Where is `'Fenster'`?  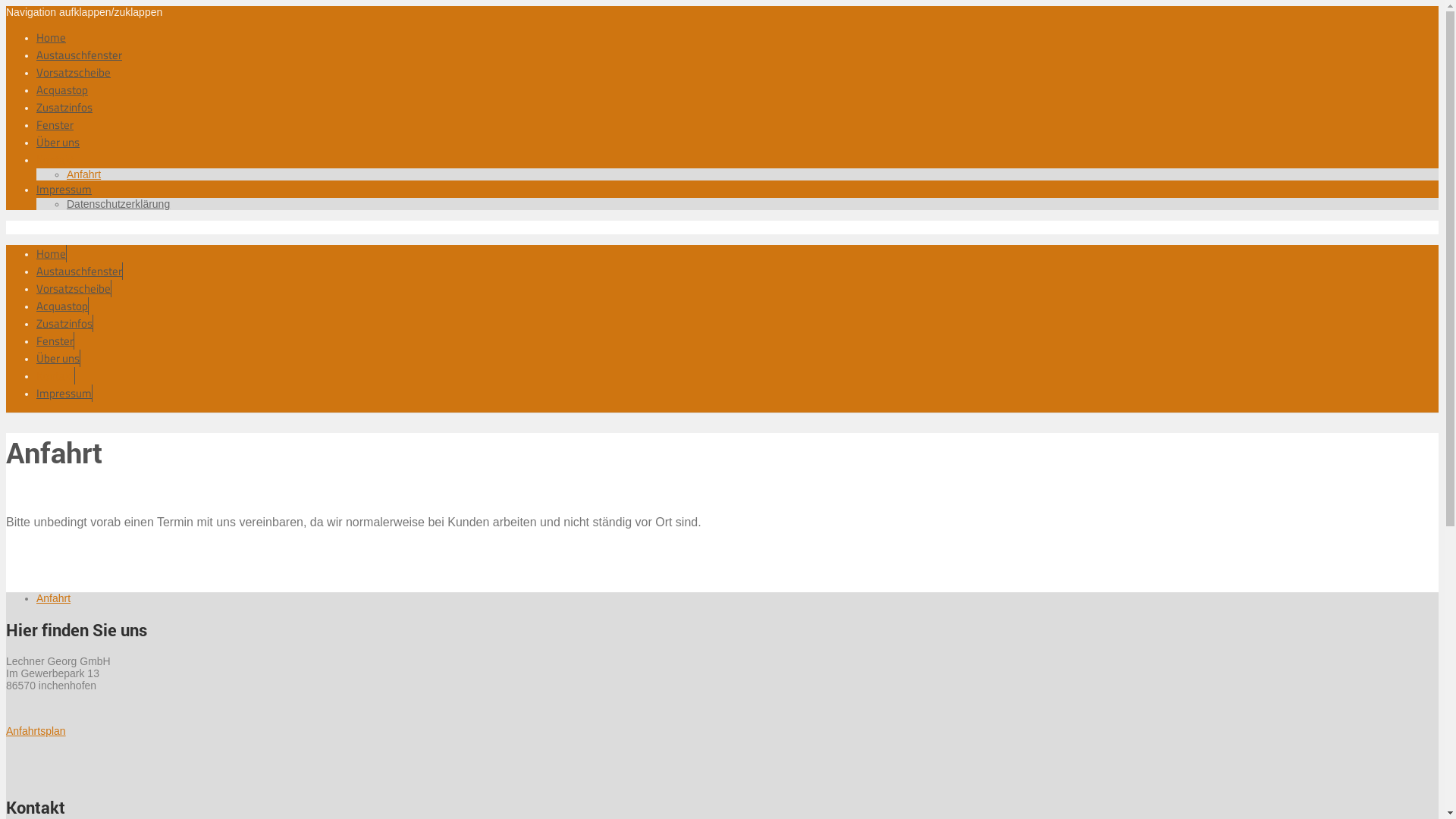
'Fenster' is located at coordinates (55, 124).